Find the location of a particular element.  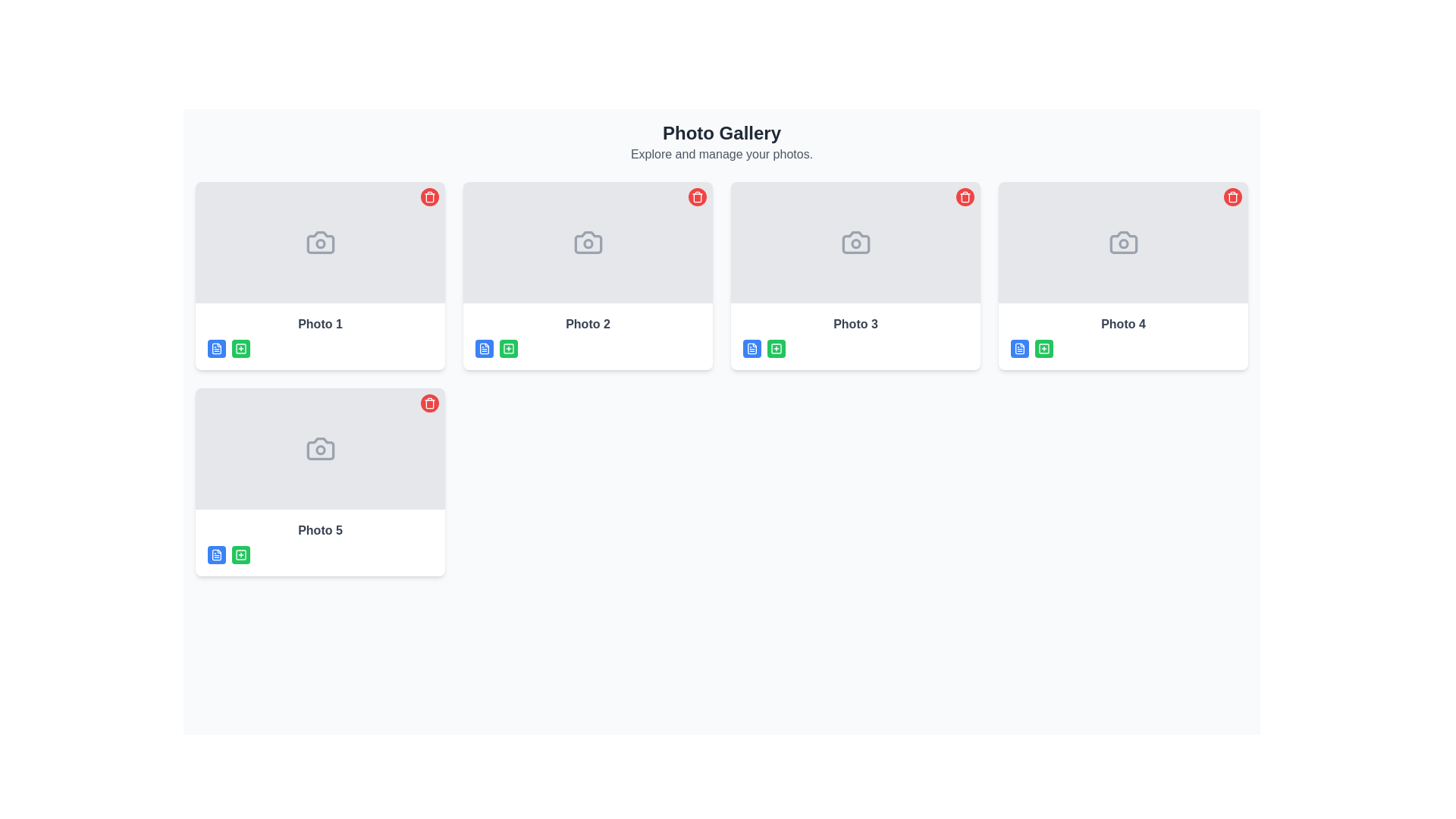

the 'add' button located directly below the 'Photo 3' label, which is the second icon from the left among three icons is located at coordinates (776, 348).